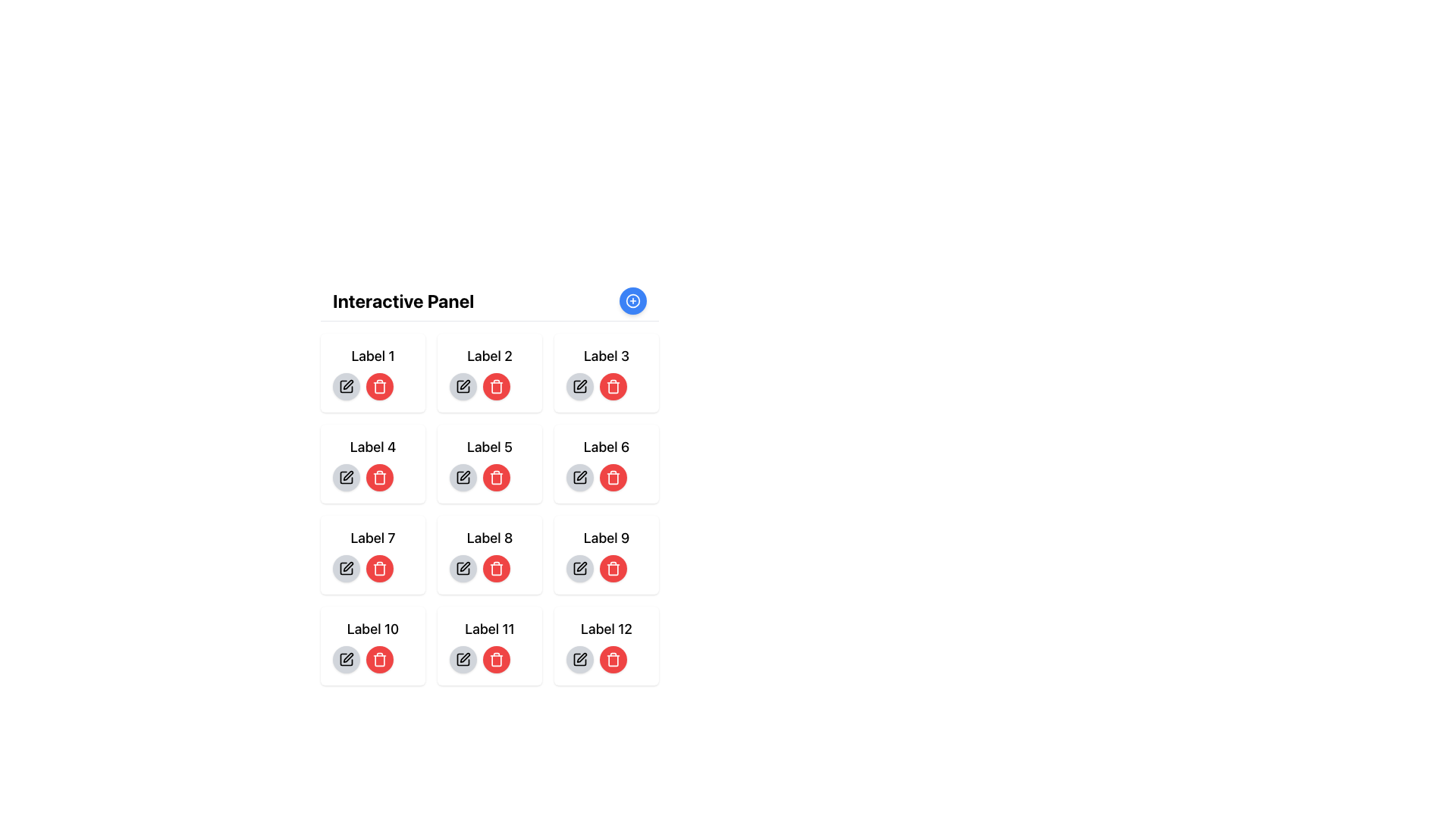  Describe the element at coordinates (462, 476) in the screenshot. I see `the edit button located in the interactive panel for 'Label 5', which is the leftmost button in its group of two buttons` at that location.